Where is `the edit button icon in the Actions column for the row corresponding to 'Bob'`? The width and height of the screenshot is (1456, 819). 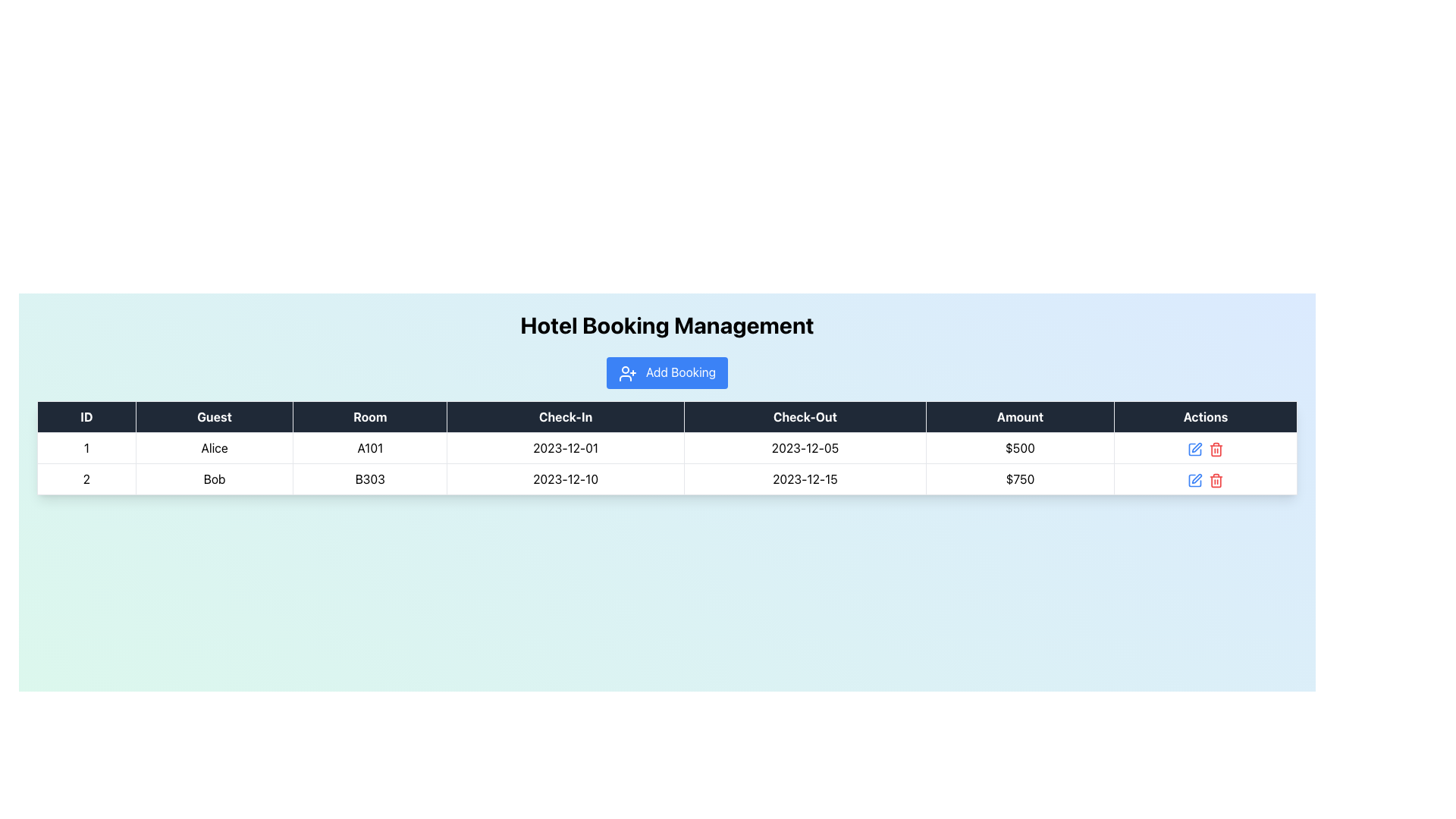 the edit button icon in the Actions column for the row corresponding to 'Bob' is located at coordinates (1194, 480).